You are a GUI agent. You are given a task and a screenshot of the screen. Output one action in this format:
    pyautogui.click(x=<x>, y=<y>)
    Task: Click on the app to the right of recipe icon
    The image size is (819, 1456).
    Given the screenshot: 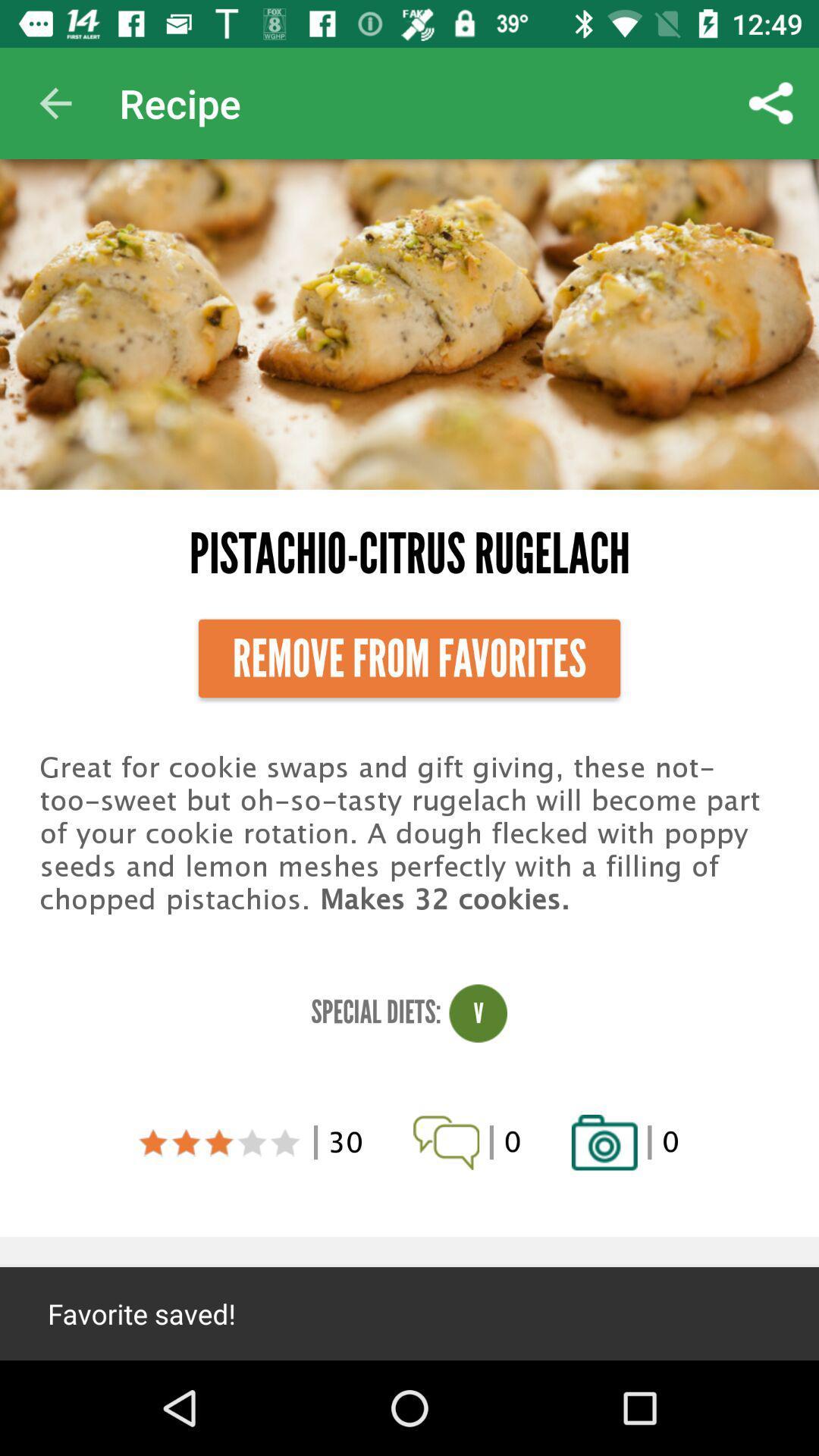 What is the action you would take?
    pyautogui.click(x=771, y=102)
    